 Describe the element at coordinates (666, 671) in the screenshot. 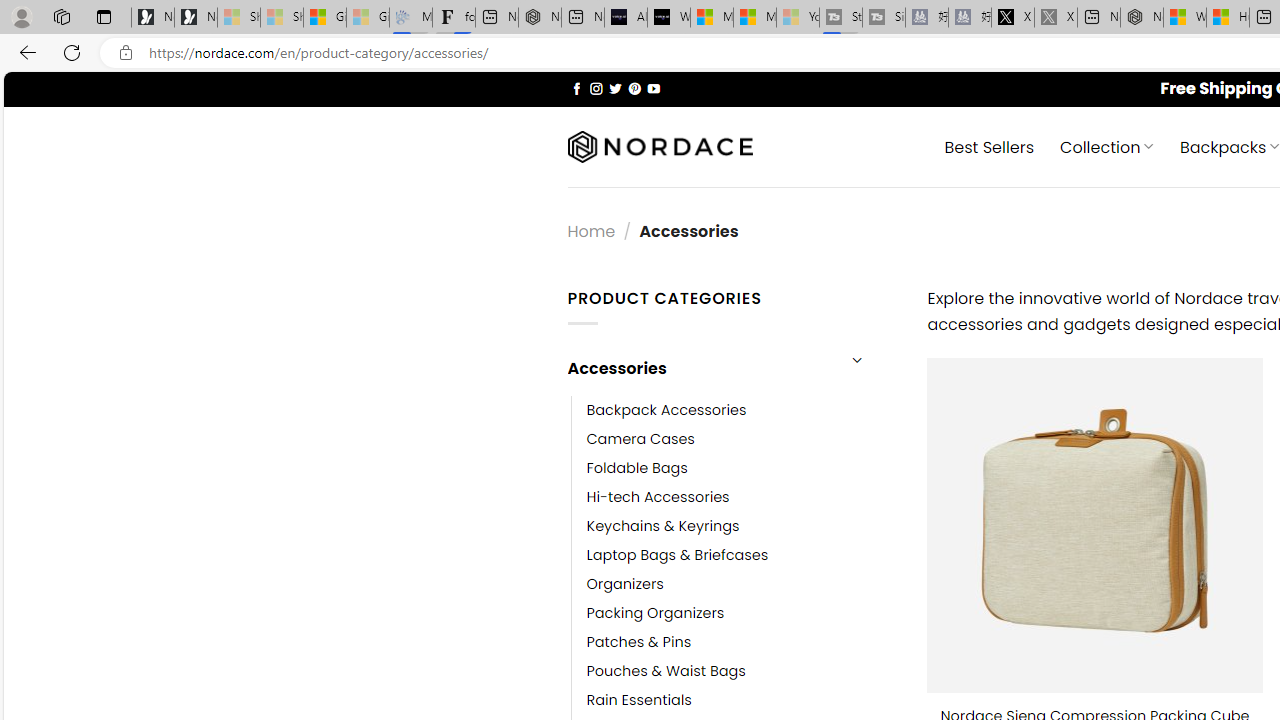

I see `'Pouches & Waist Bags'` at that location.